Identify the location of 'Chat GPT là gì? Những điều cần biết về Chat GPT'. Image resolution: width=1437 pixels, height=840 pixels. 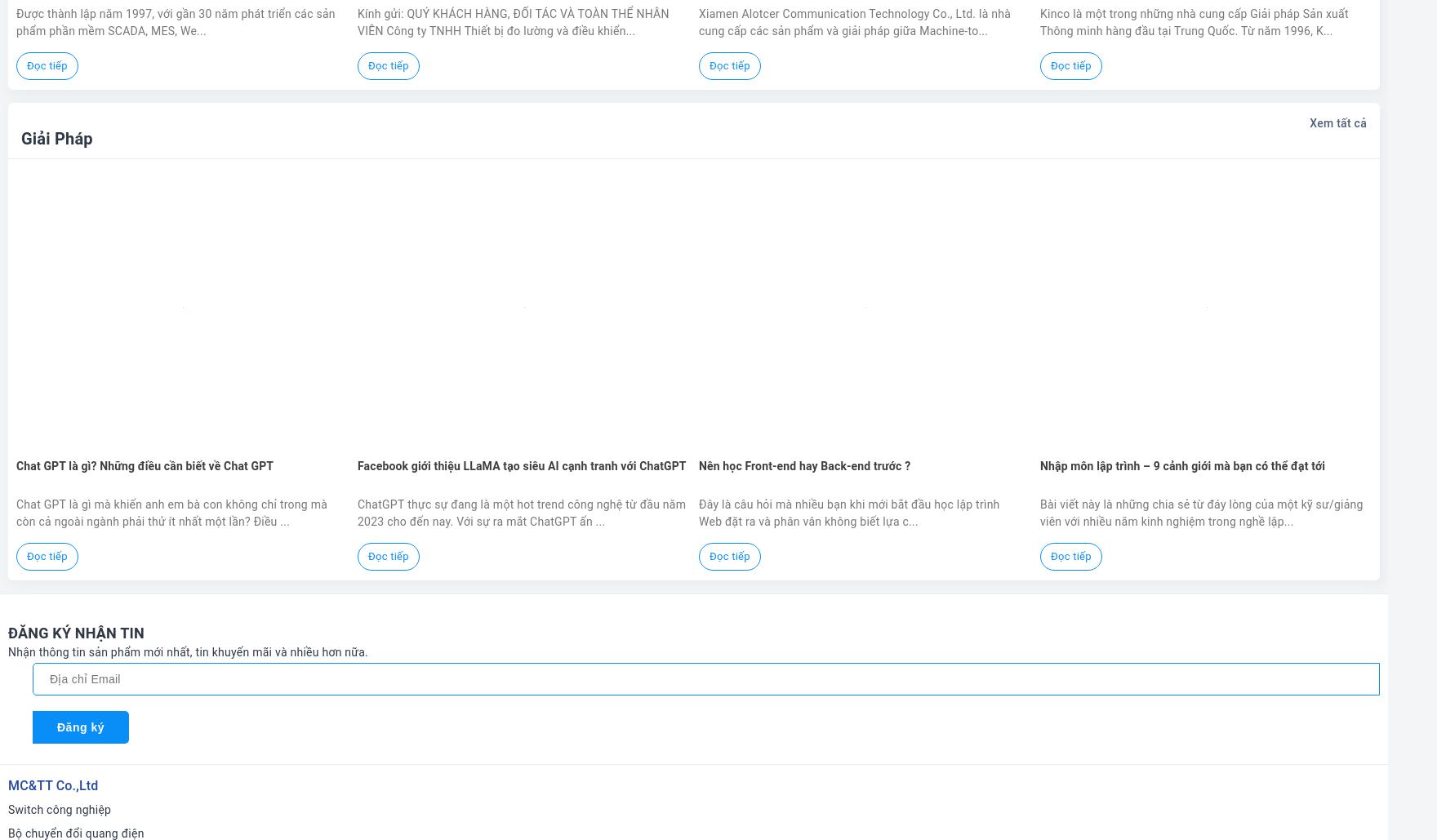
(145, 464).